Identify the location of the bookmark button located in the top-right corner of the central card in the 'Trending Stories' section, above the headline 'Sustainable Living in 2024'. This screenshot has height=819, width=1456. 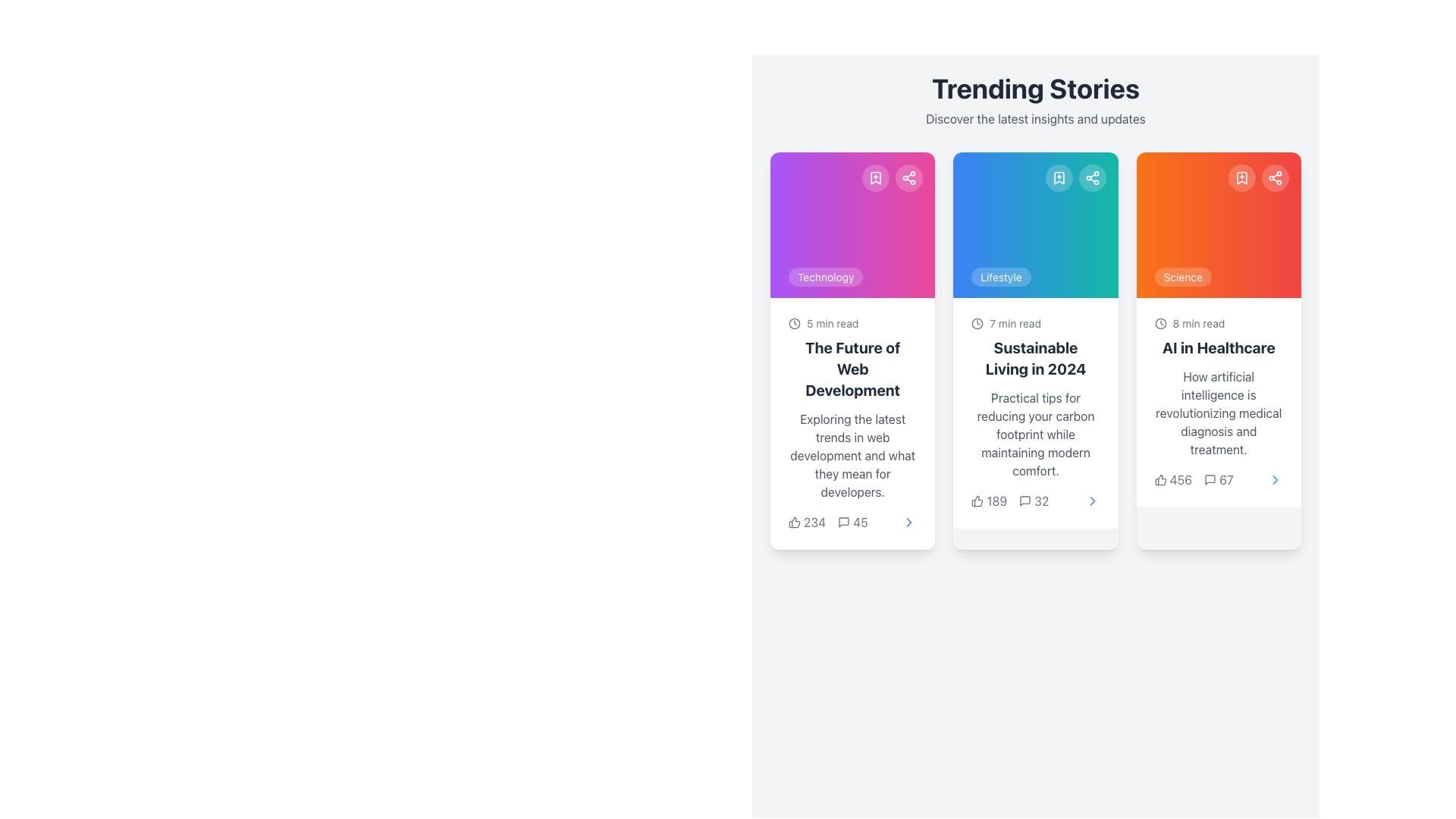
(1075, 177).